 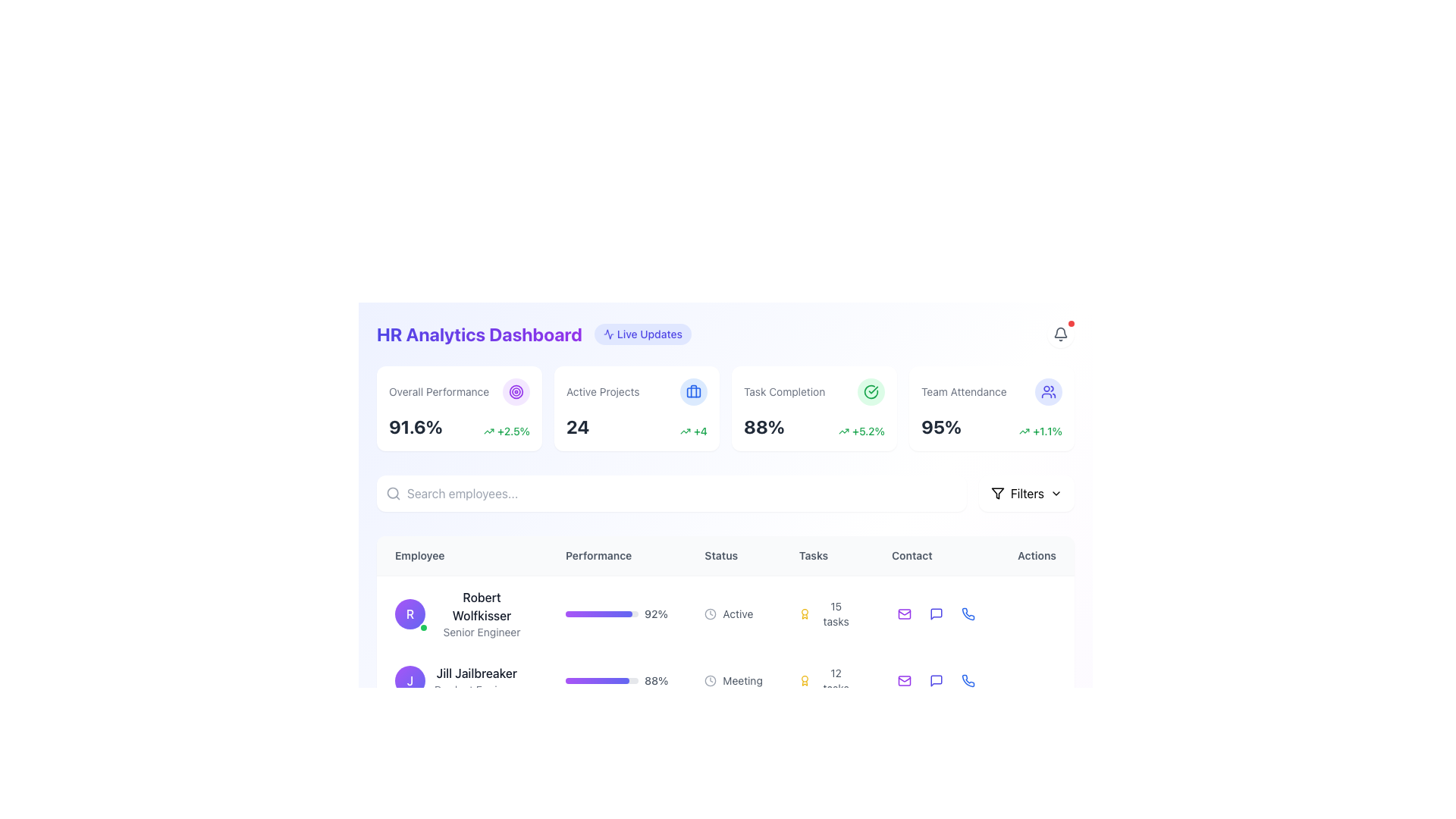 I want to click on the 'Meeting' text label with clock icon located in the 'Tasks' column of the second entry in the list of employees, so click(x=733, y=680).